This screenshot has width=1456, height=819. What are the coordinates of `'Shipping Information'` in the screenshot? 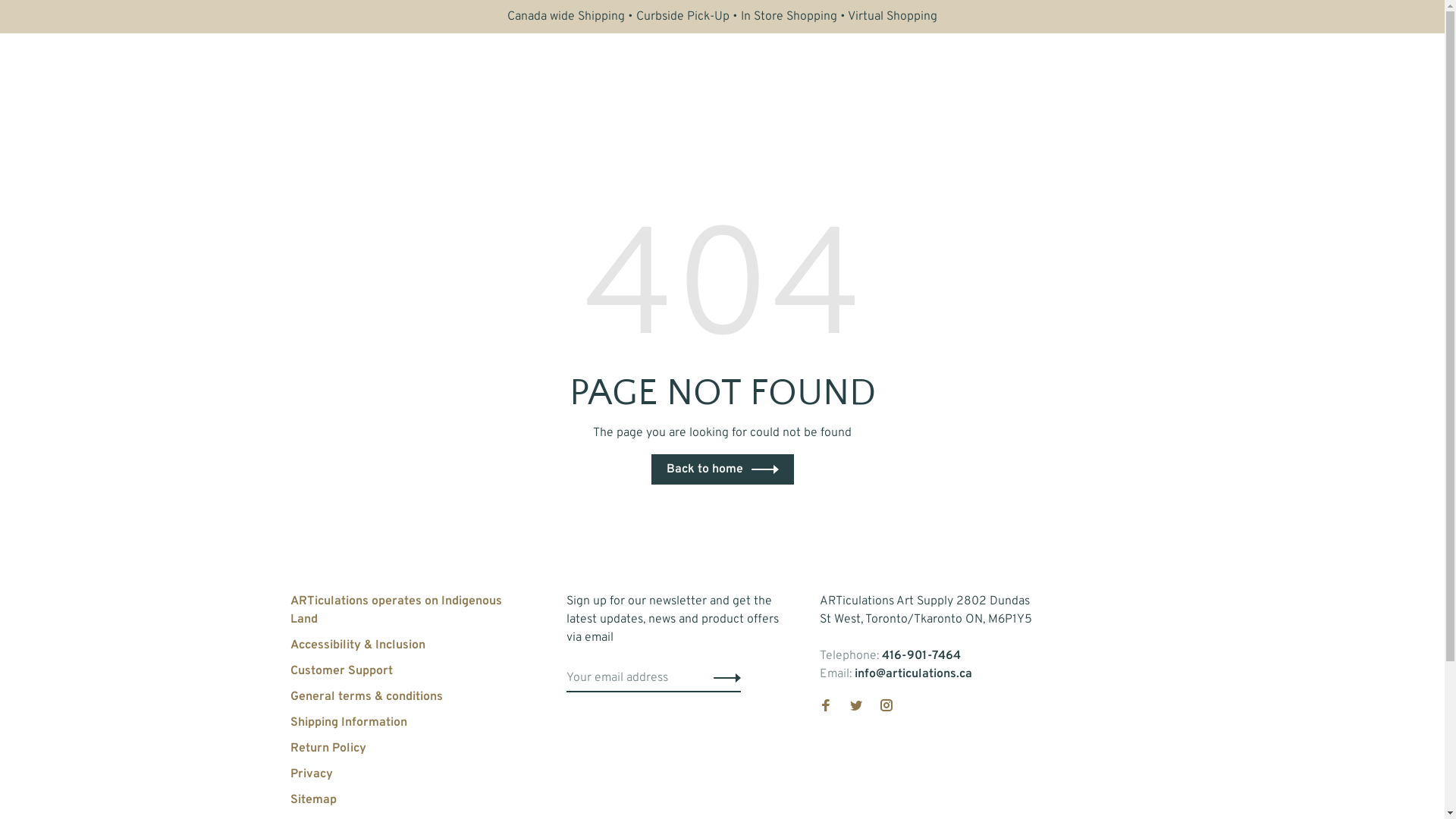 It's located at (347, 721).